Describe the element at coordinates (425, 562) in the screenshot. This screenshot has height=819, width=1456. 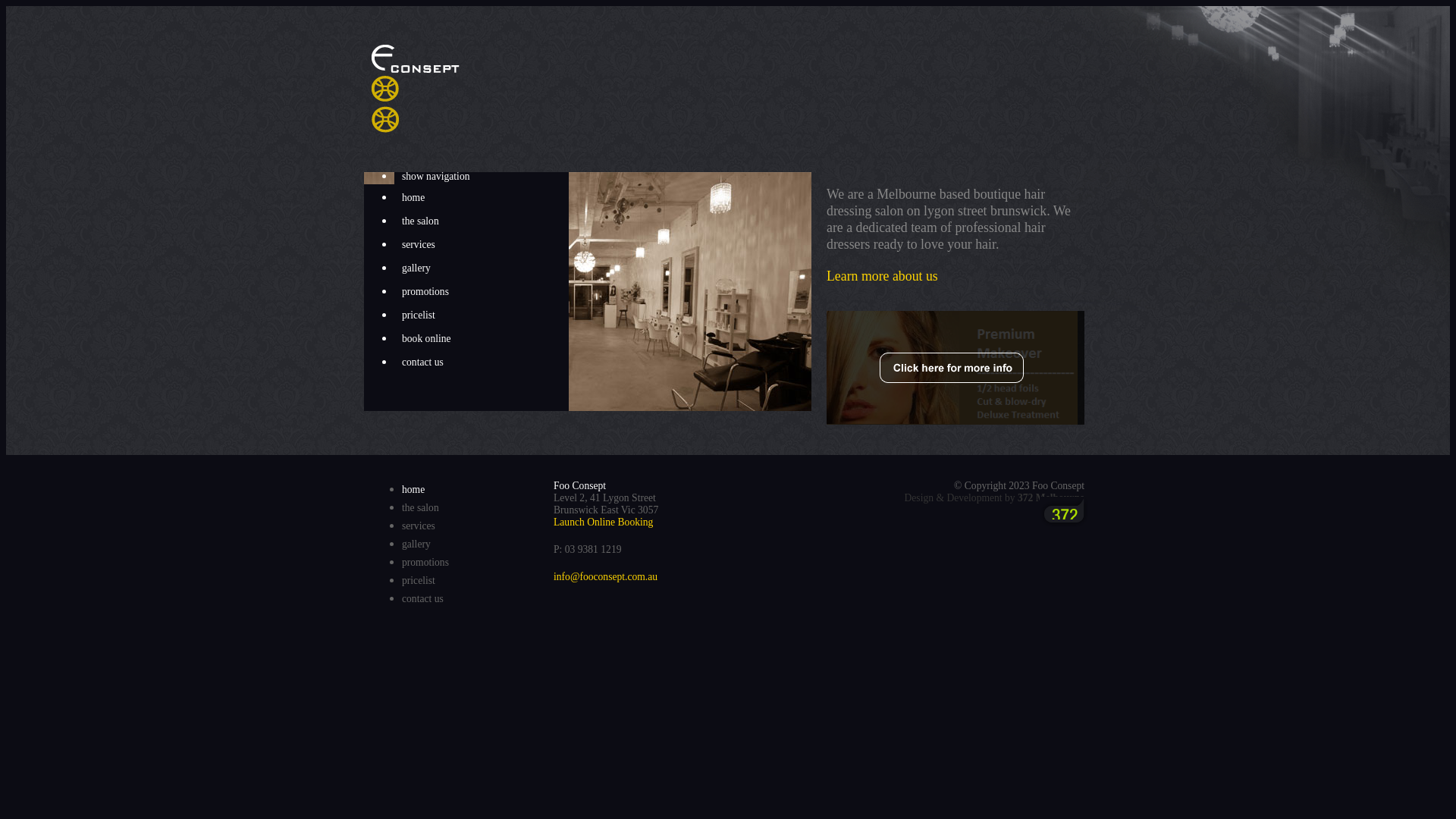
I see `'promotions'` at that location.